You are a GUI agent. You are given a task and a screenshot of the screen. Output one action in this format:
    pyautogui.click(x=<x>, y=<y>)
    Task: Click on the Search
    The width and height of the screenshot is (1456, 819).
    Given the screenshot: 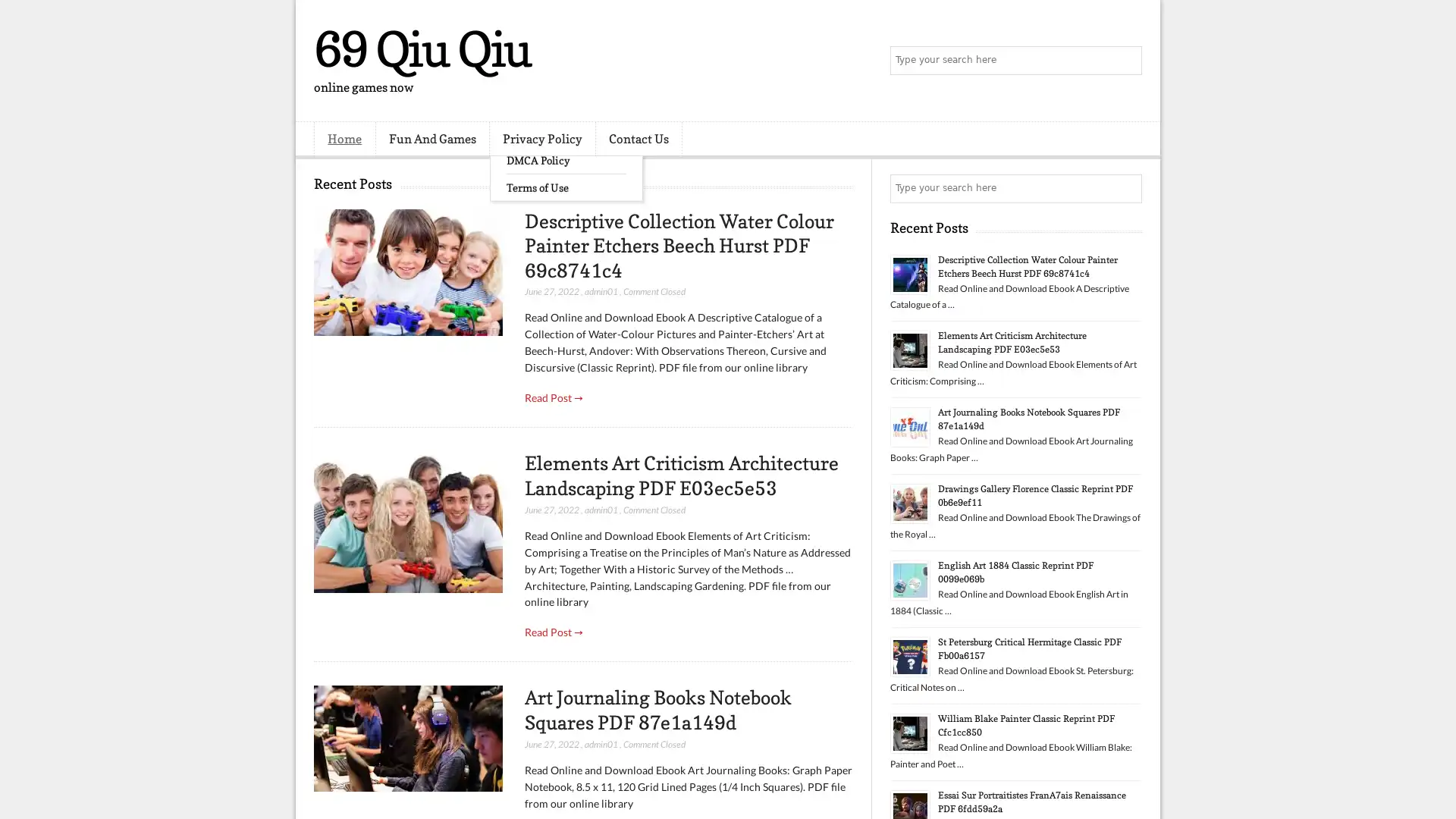 What is the action you would take?
    pyautogui.click(x=1126, y=188)
    